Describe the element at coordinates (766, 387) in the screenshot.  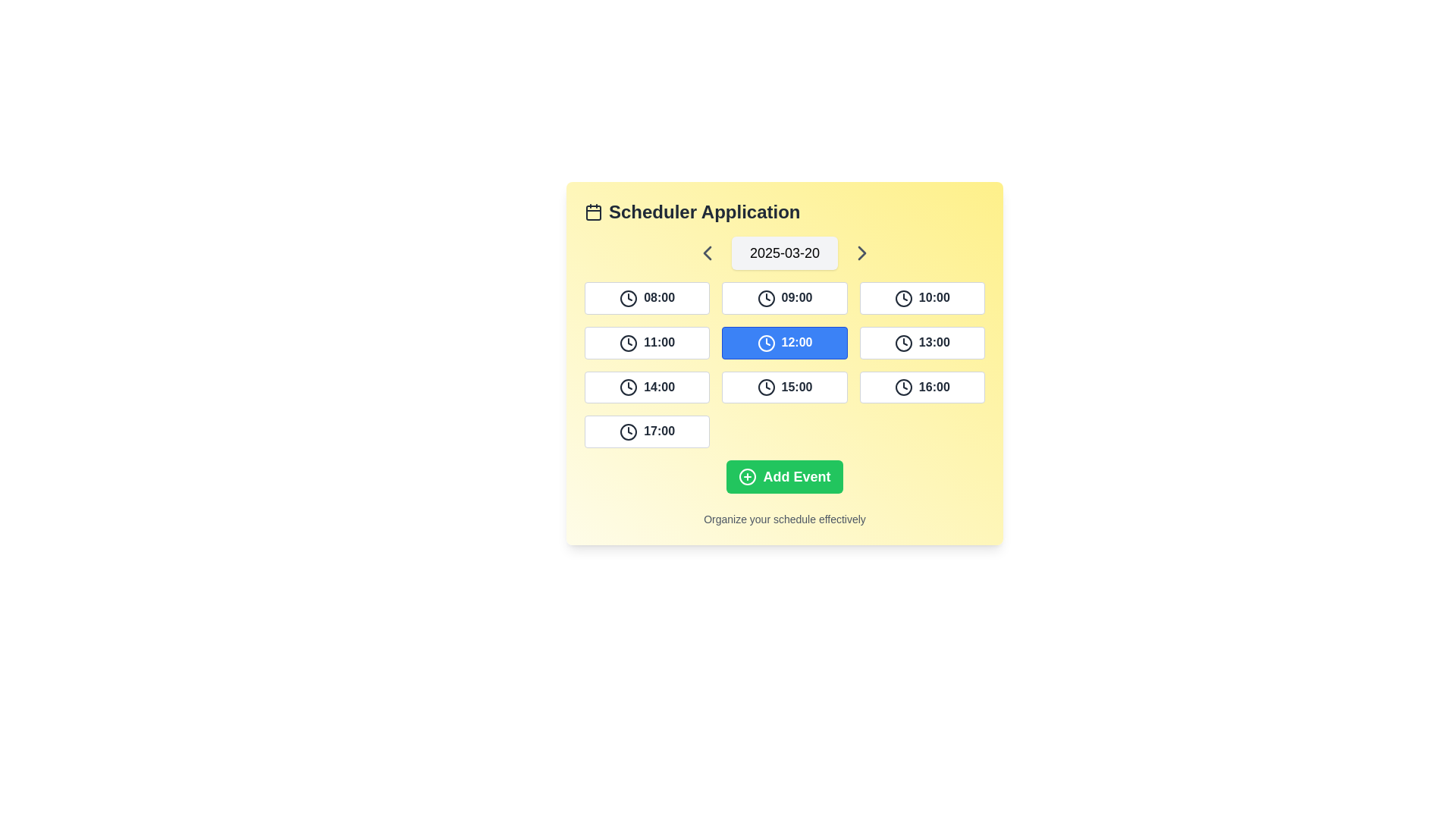
I see `the clock icon located within the button labeled '15:00' in the Scheduler Application` at that location.